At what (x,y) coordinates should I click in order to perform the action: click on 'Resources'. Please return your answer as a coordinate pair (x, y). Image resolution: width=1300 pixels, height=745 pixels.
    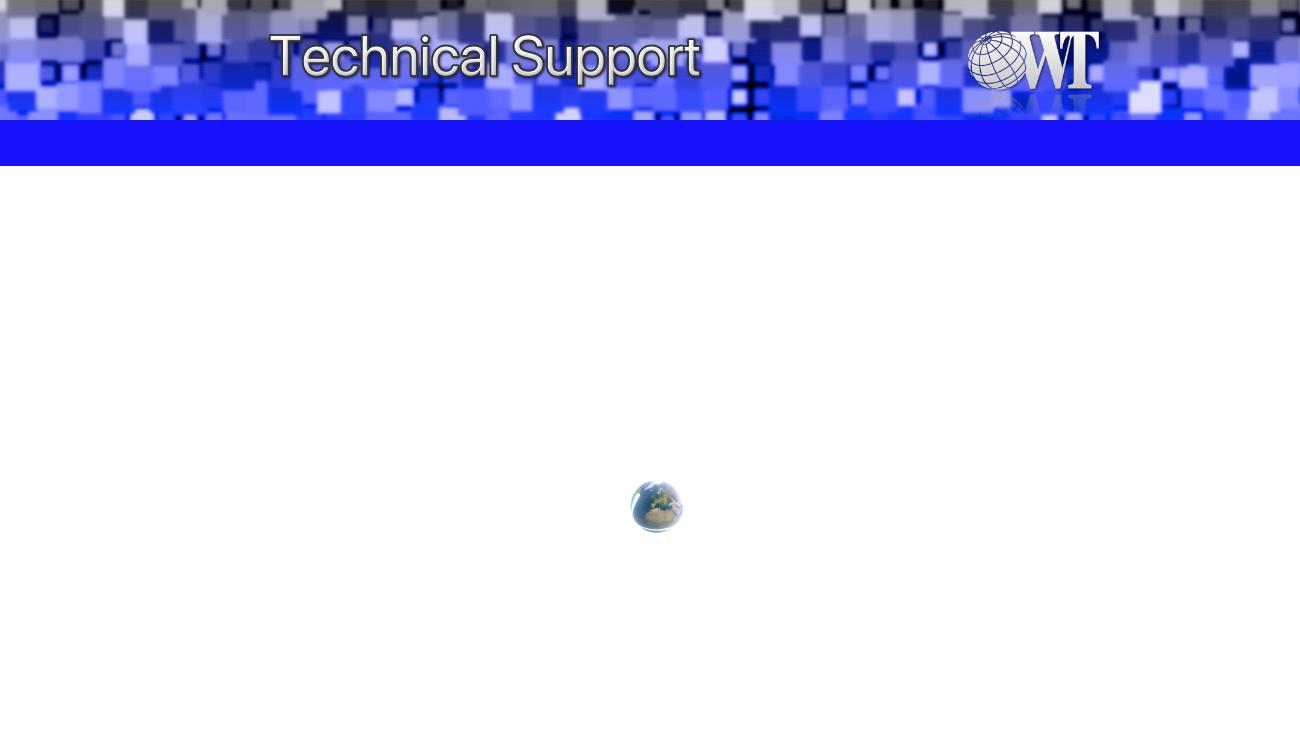
    Looking at the image, I should click on (585, 141).